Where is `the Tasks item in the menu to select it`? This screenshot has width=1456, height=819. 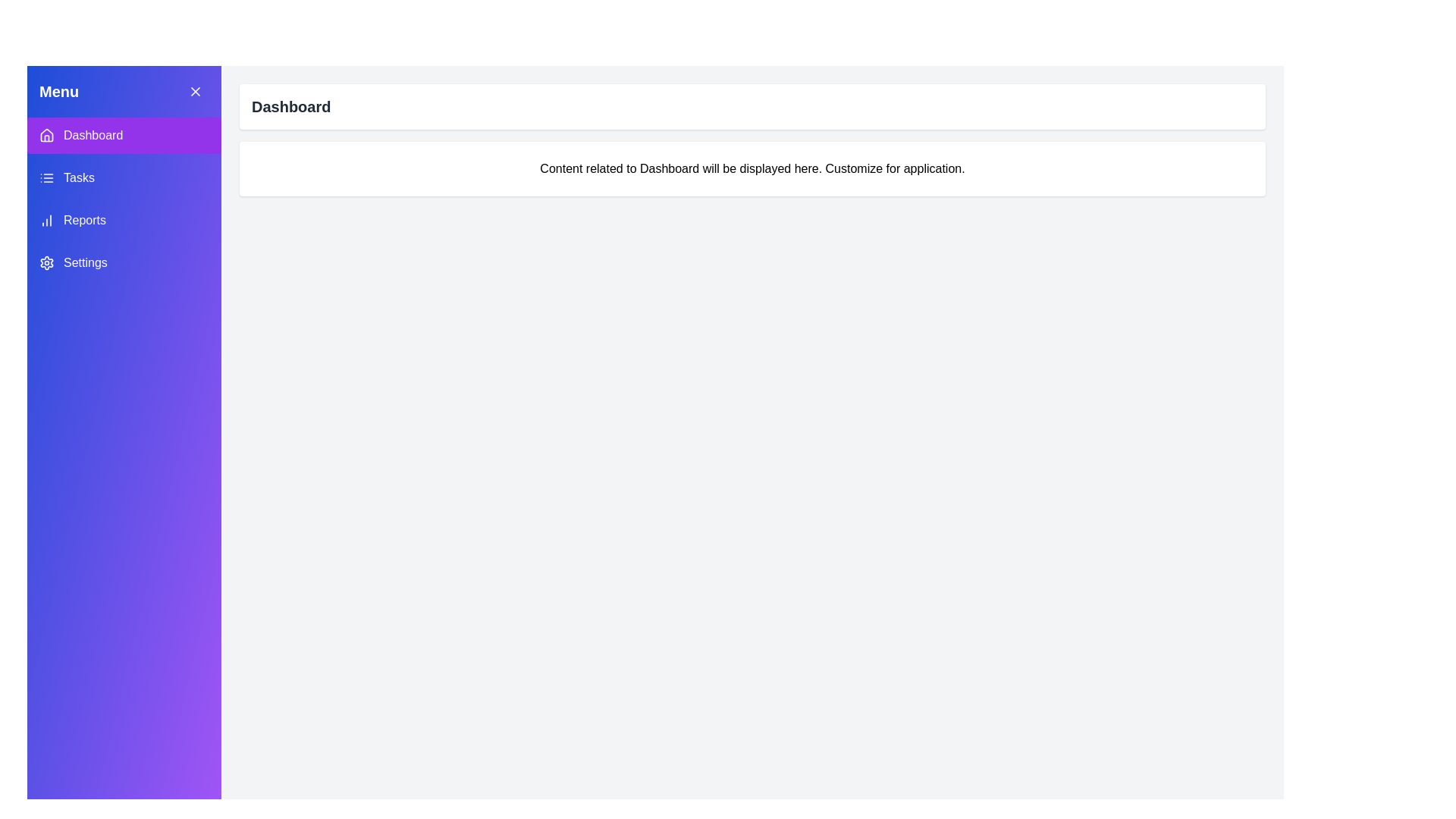 the Tasks item in the menu to select it is located at coordinates (124, 177).